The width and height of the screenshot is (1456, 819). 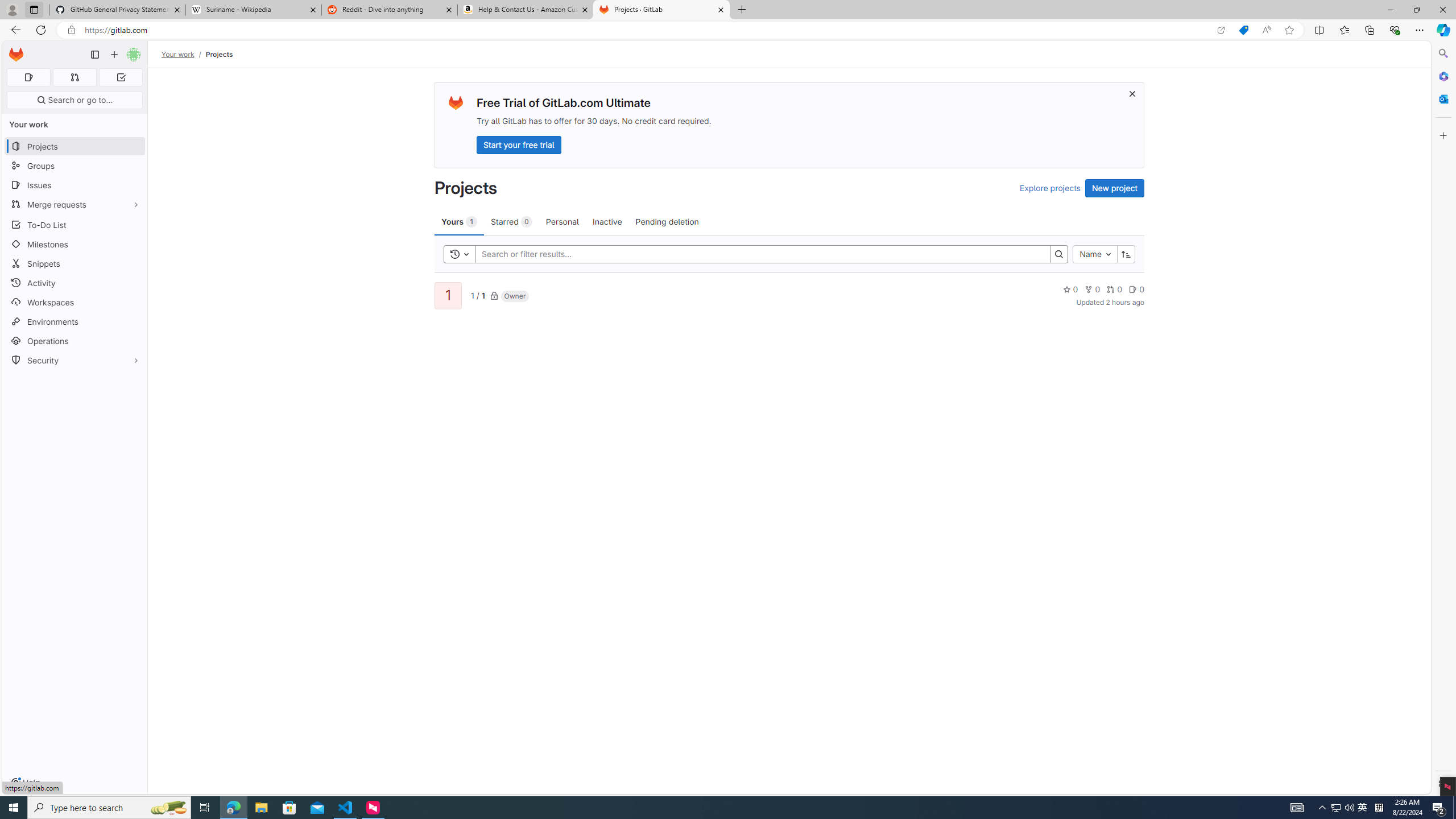 I want to click on 'Yours 1', so click(x=459, y=221).